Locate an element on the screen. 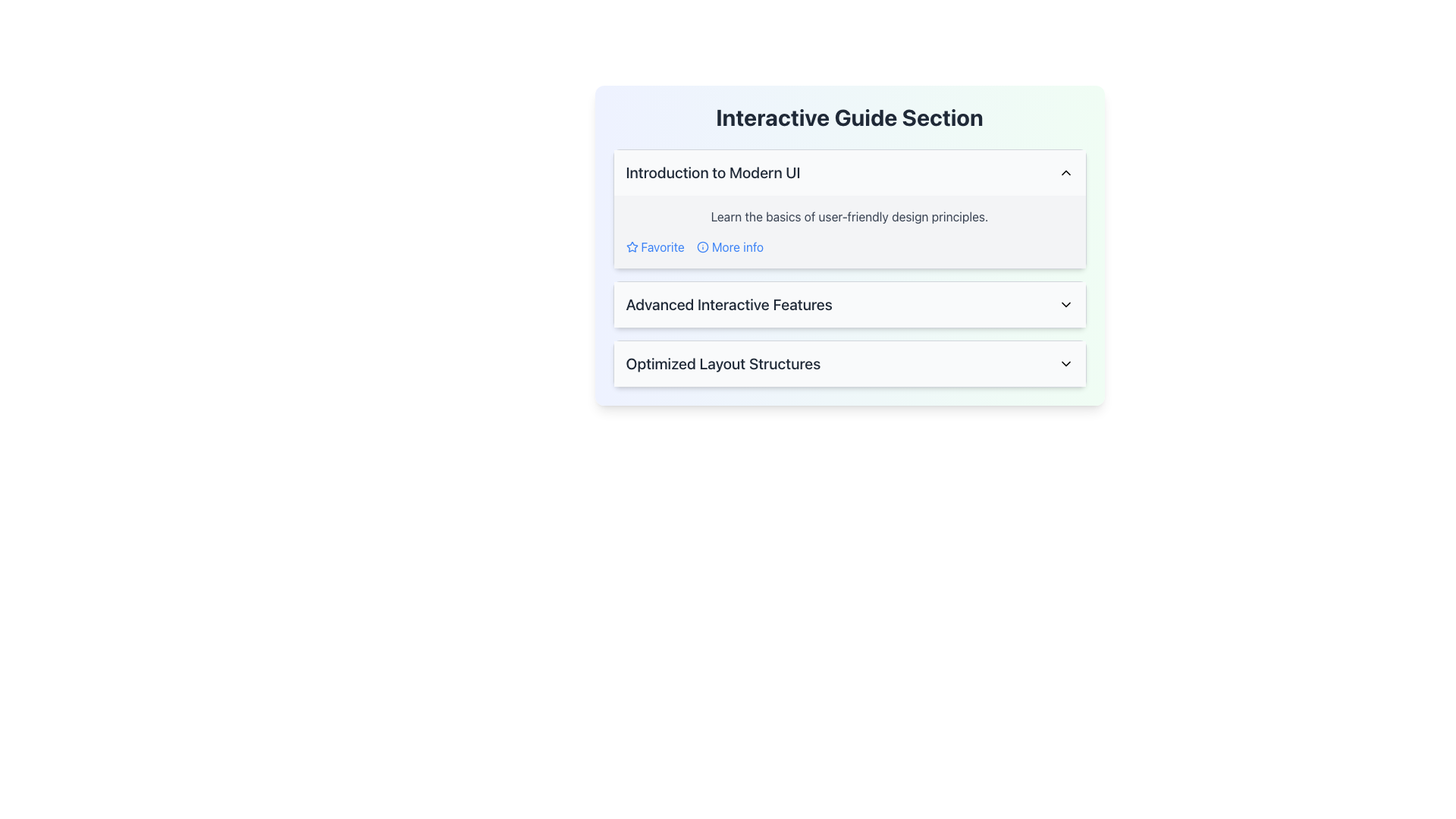  the chevron icon at the far right of the 'Introduction to Modern UI' section header to indicate its interactability for collapsing or expanding the associated content is located at coordinates (1065, 171).